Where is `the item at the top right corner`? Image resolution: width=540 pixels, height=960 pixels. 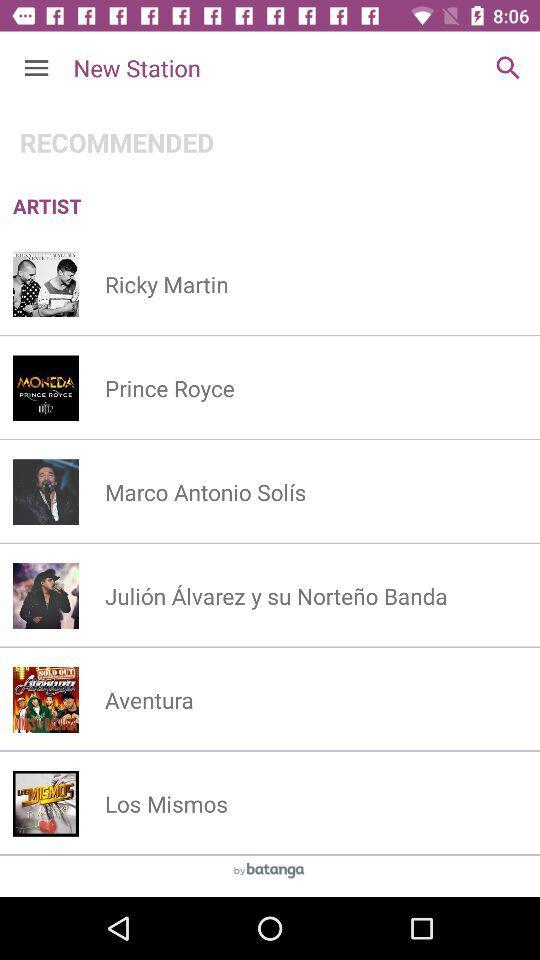
the item at the top right corner is located at coordinates (508, 68).